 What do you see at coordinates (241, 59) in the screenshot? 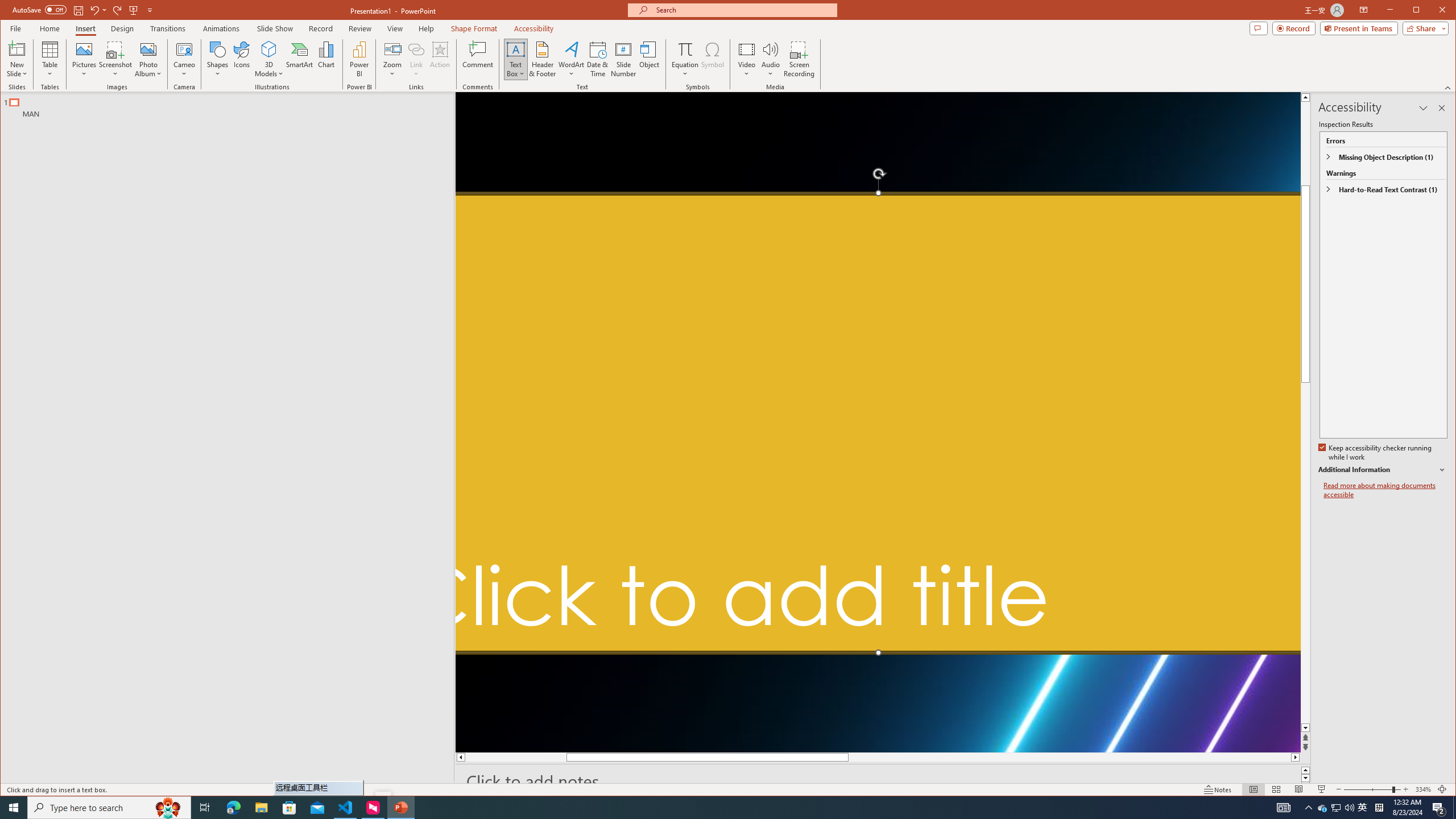
I see `'Icons'` at bounding box center [241, 59].